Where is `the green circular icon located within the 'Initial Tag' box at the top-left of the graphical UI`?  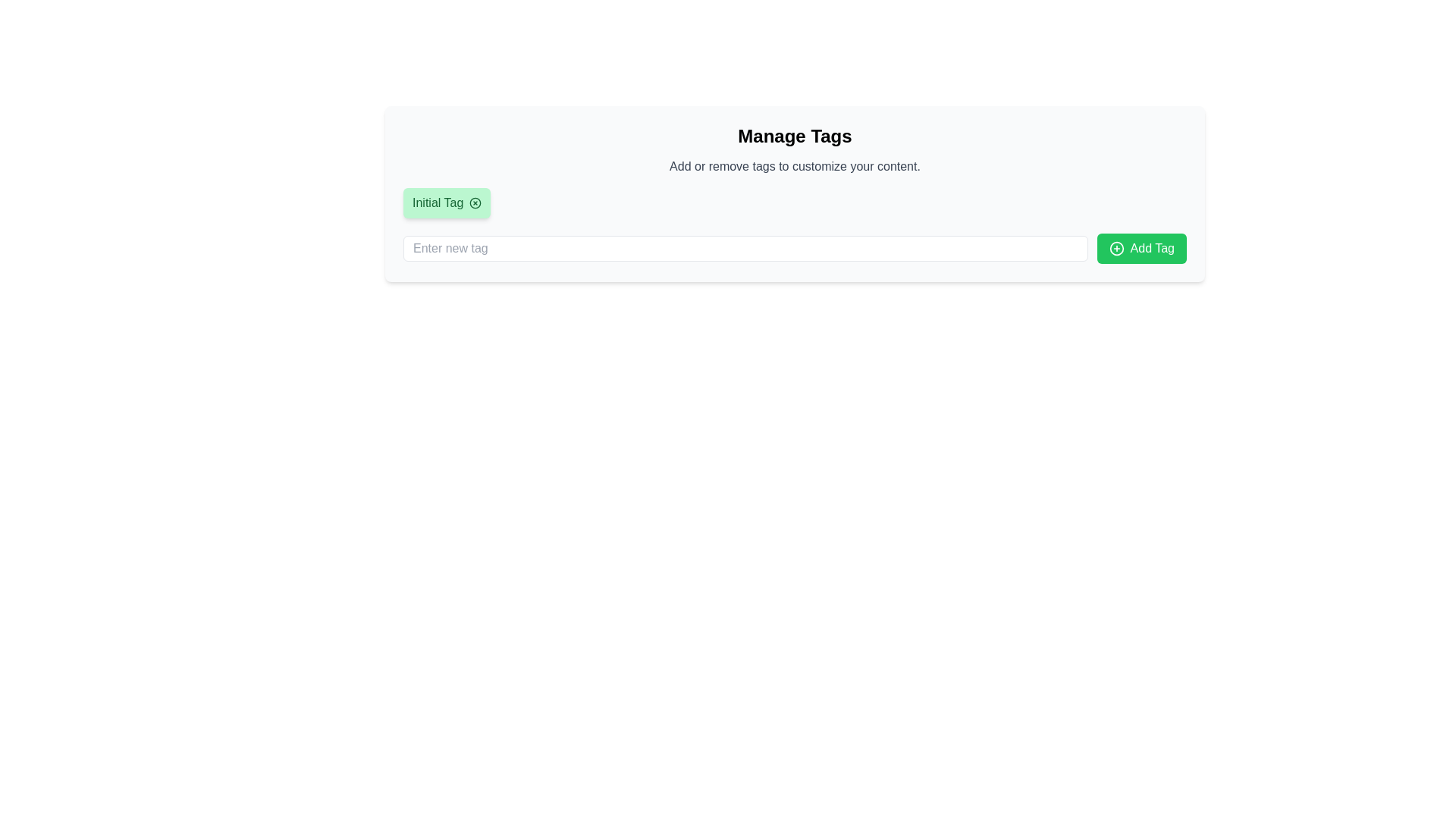 the green circular icon located within the 'Initial Tag' box at the top-left of the graphical UI is located at coordinates (475, 202).